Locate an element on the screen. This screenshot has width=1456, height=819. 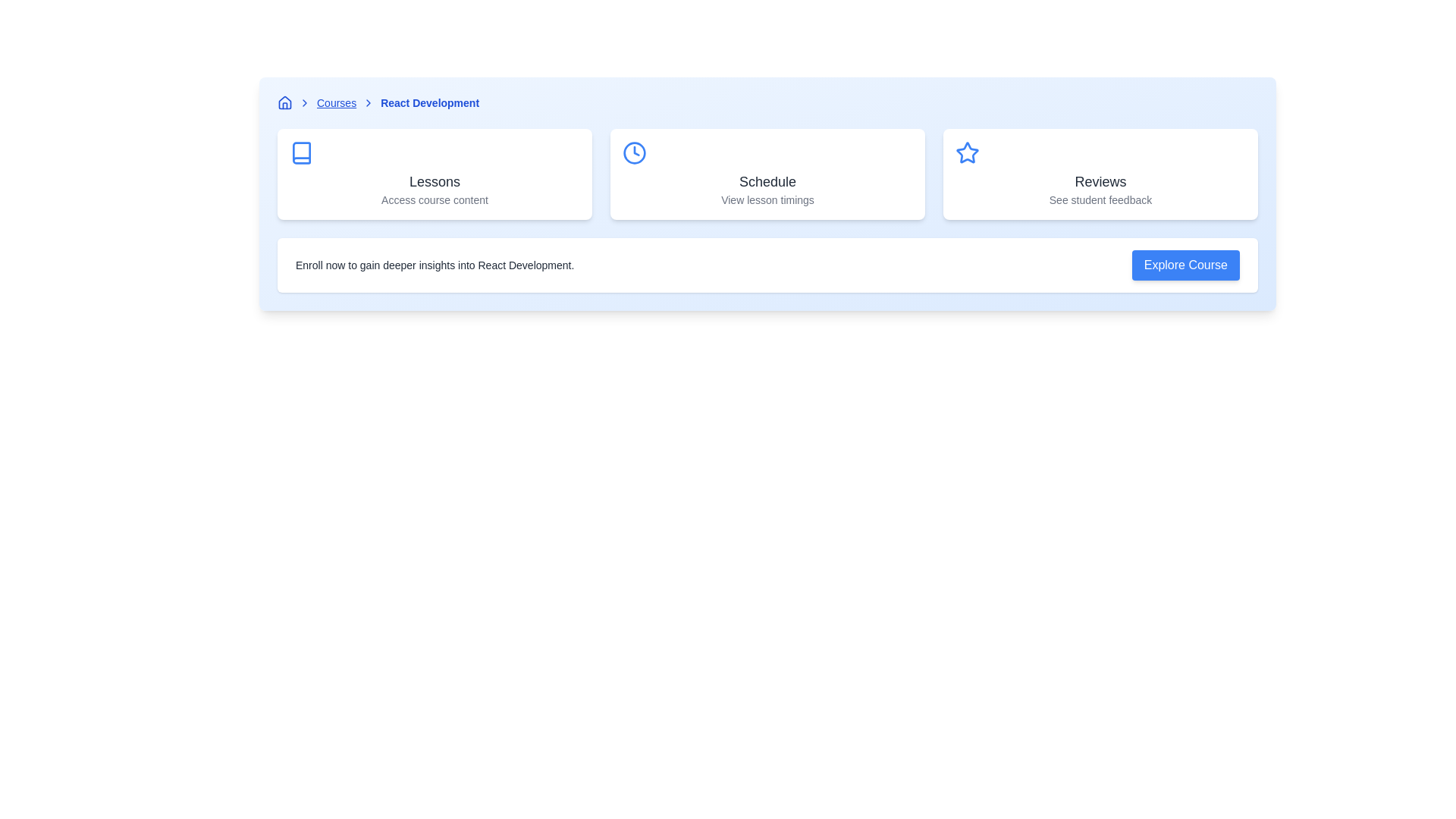
the 'home' icon in the breadcrumb navigation bar located at the upper-left portion of the interface is located at coordinates (284, 102).